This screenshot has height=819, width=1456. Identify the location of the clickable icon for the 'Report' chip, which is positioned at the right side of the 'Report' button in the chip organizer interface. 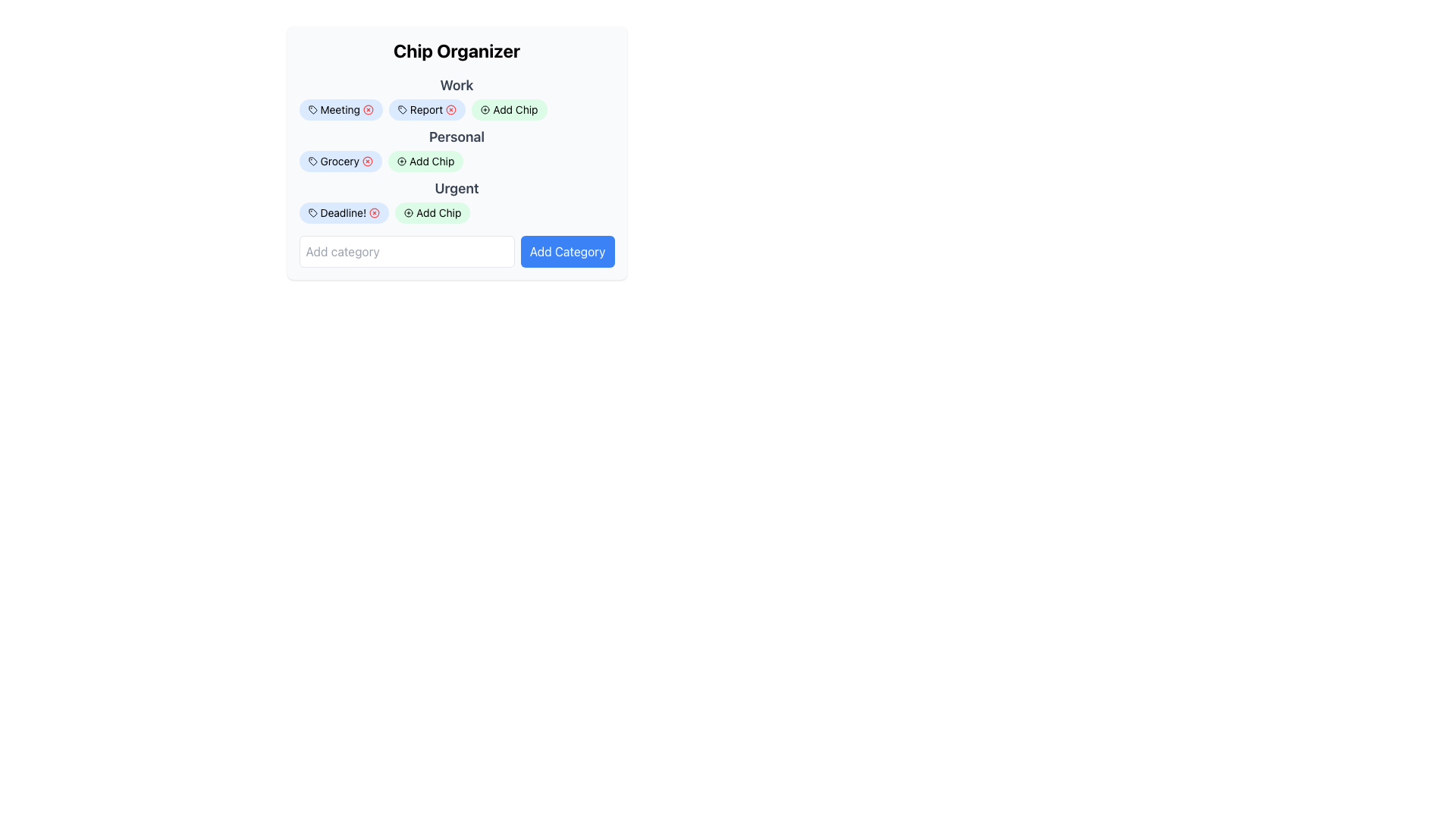
(450, 109).